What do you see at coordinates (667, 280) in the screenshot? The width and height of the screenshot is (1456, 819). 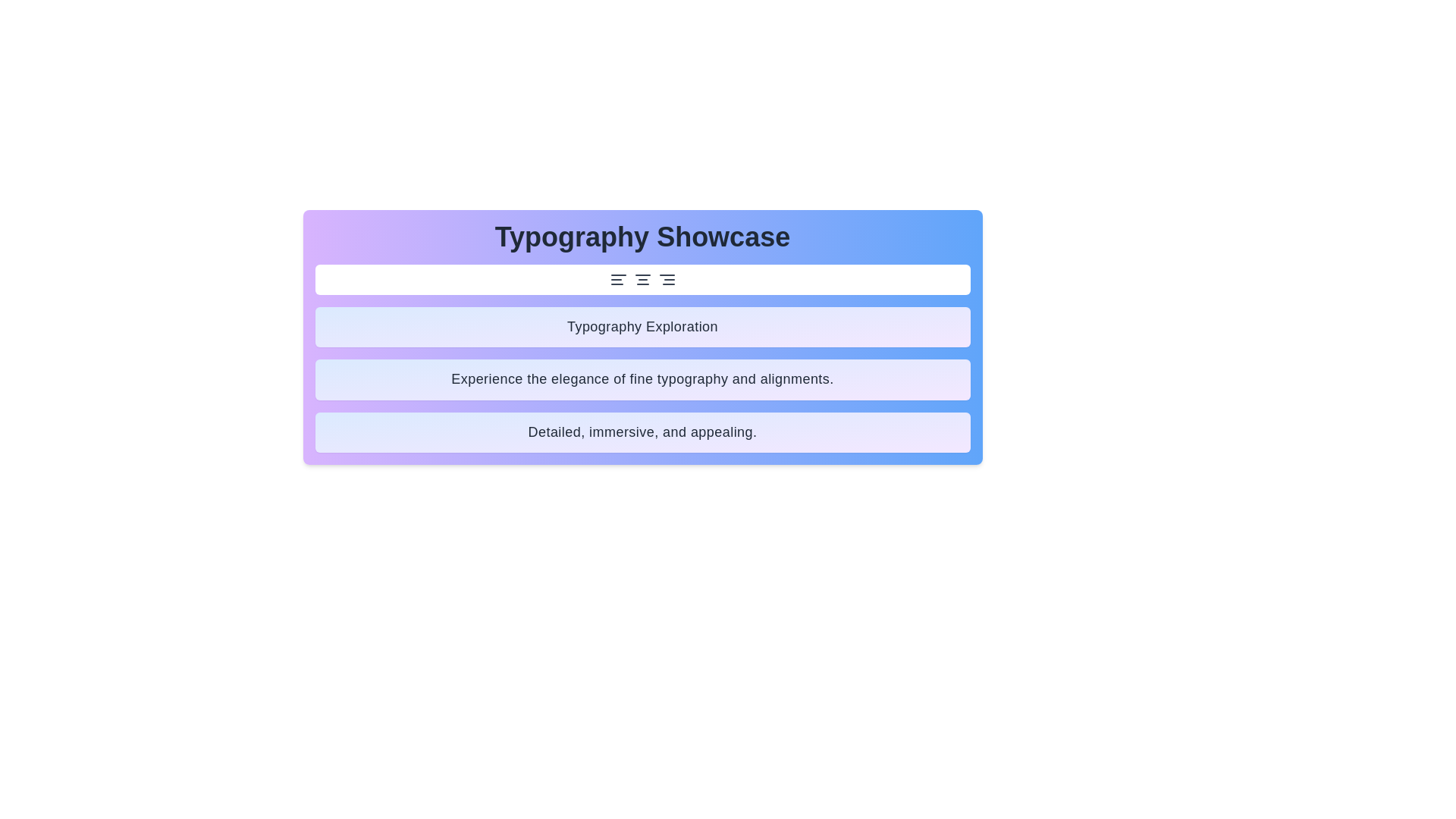 I see `the right-align icon, which is the fourth icon in the toolbar under 'Typography Showcase', by focusing or tabbing onto it` at bounding box center [667, 280].